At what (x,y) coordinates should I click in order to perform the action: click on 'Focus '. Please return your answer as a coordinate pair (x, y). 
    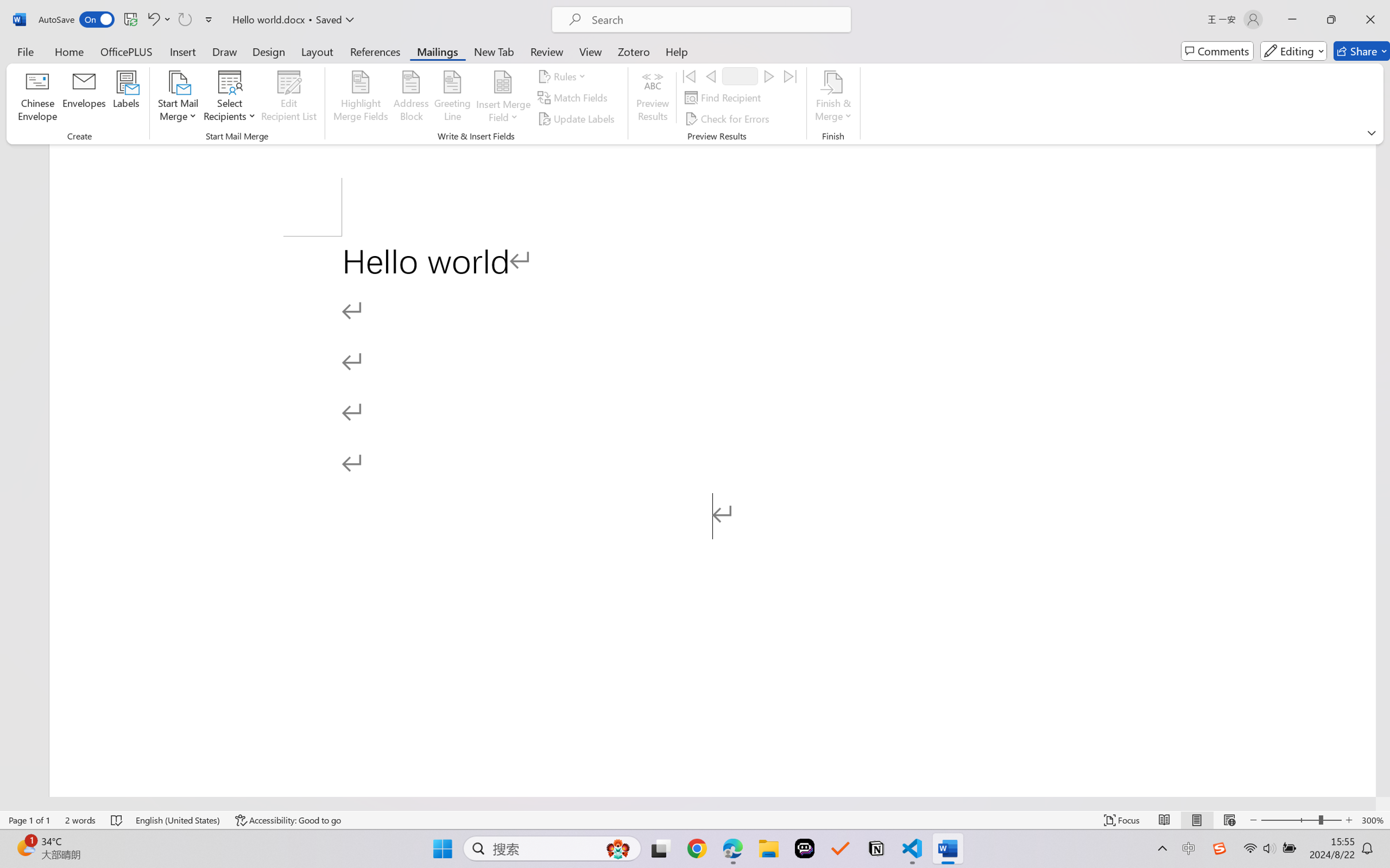
    Looking at the image, I should click on (1122, 820).